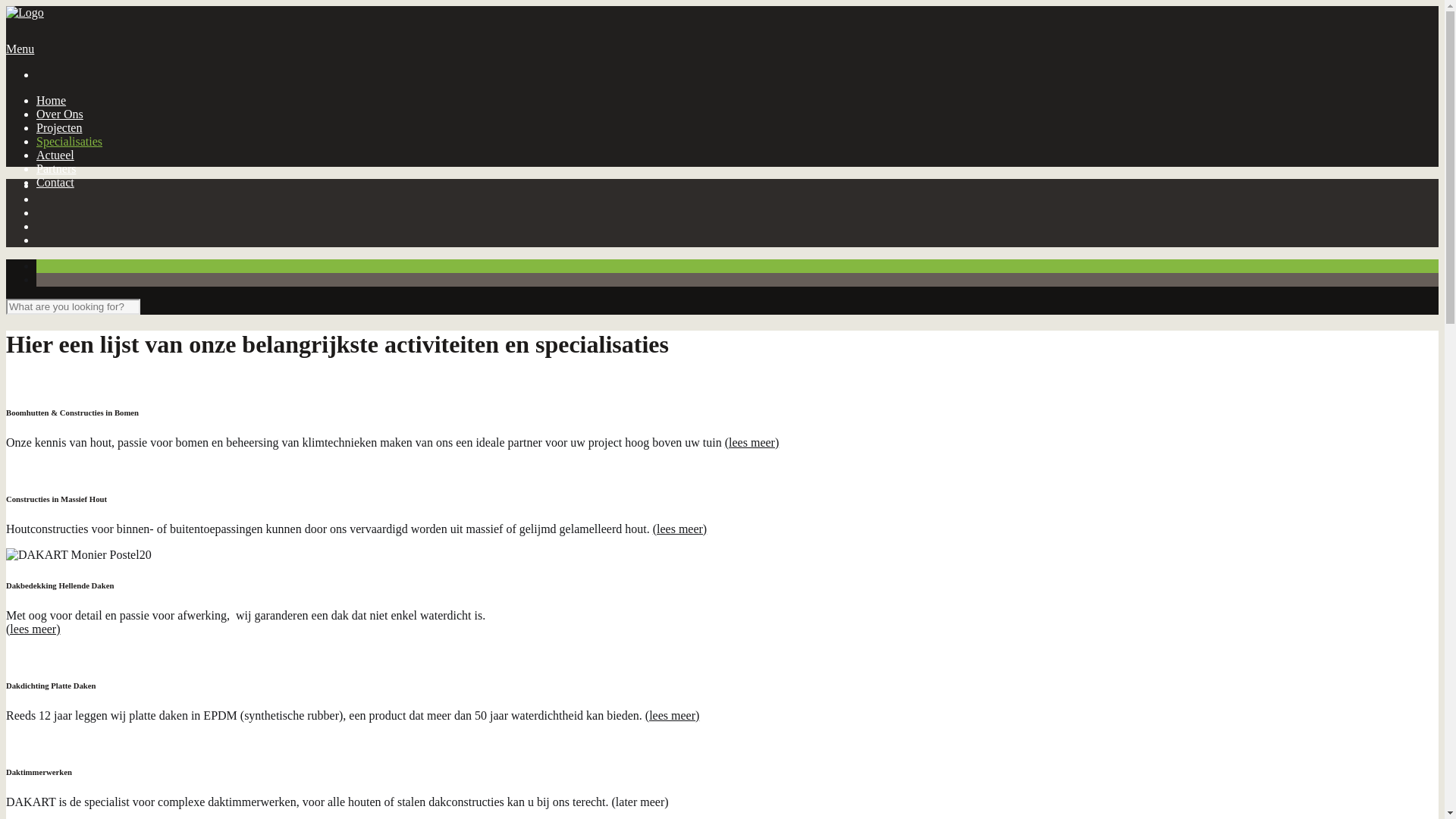 The height and width of the screenshot is (819, 1456). What do you see at coordinates (55, 181) in the screenshot?
I see `'Contact'` at bounding box center [55, 181].